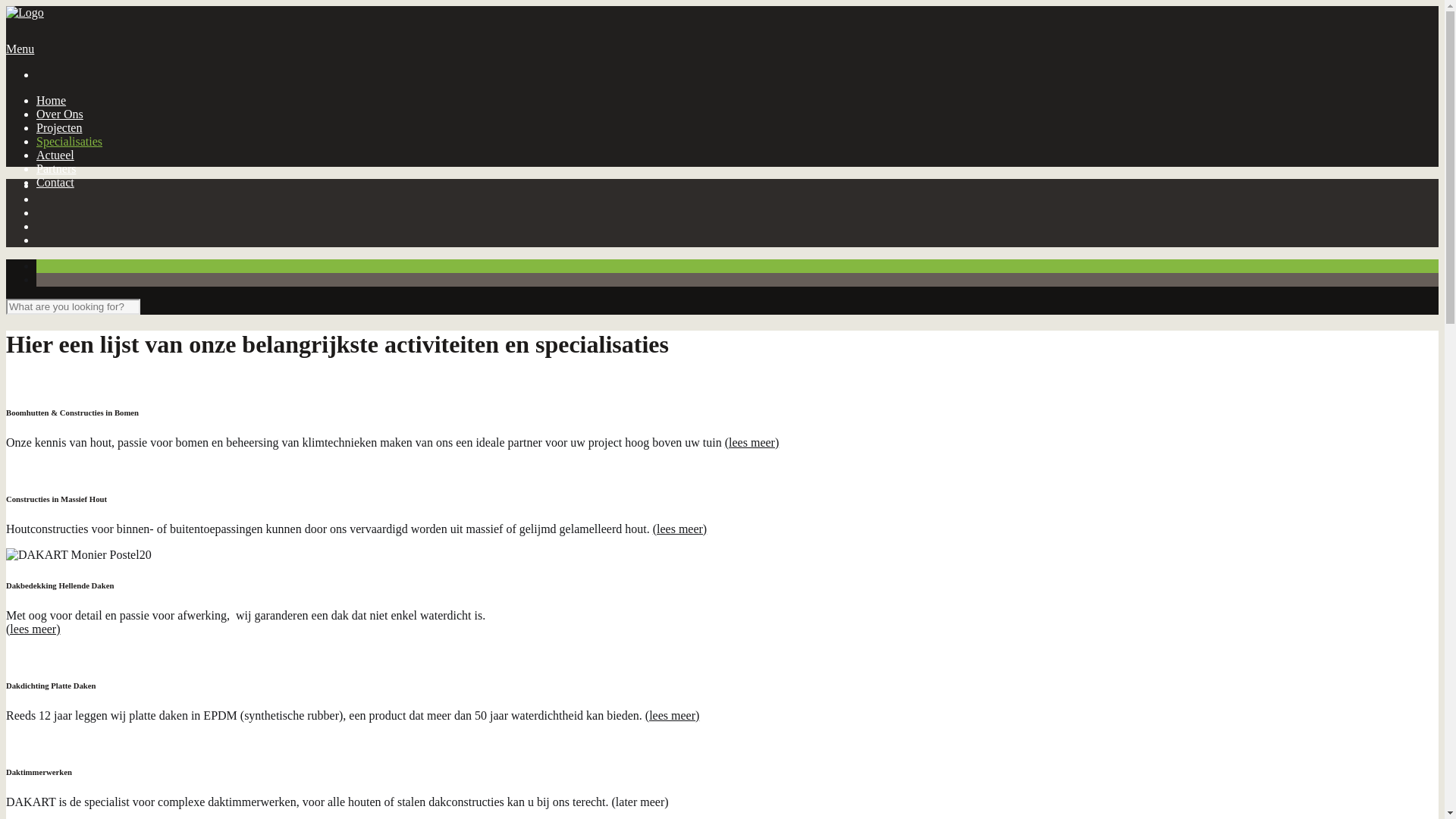 The height and width of the screenshot is (819, 1456). What do you see at coordinates (55, 181) in the screenshot?
I see `'Contact'` at bounding box center [55, 181].